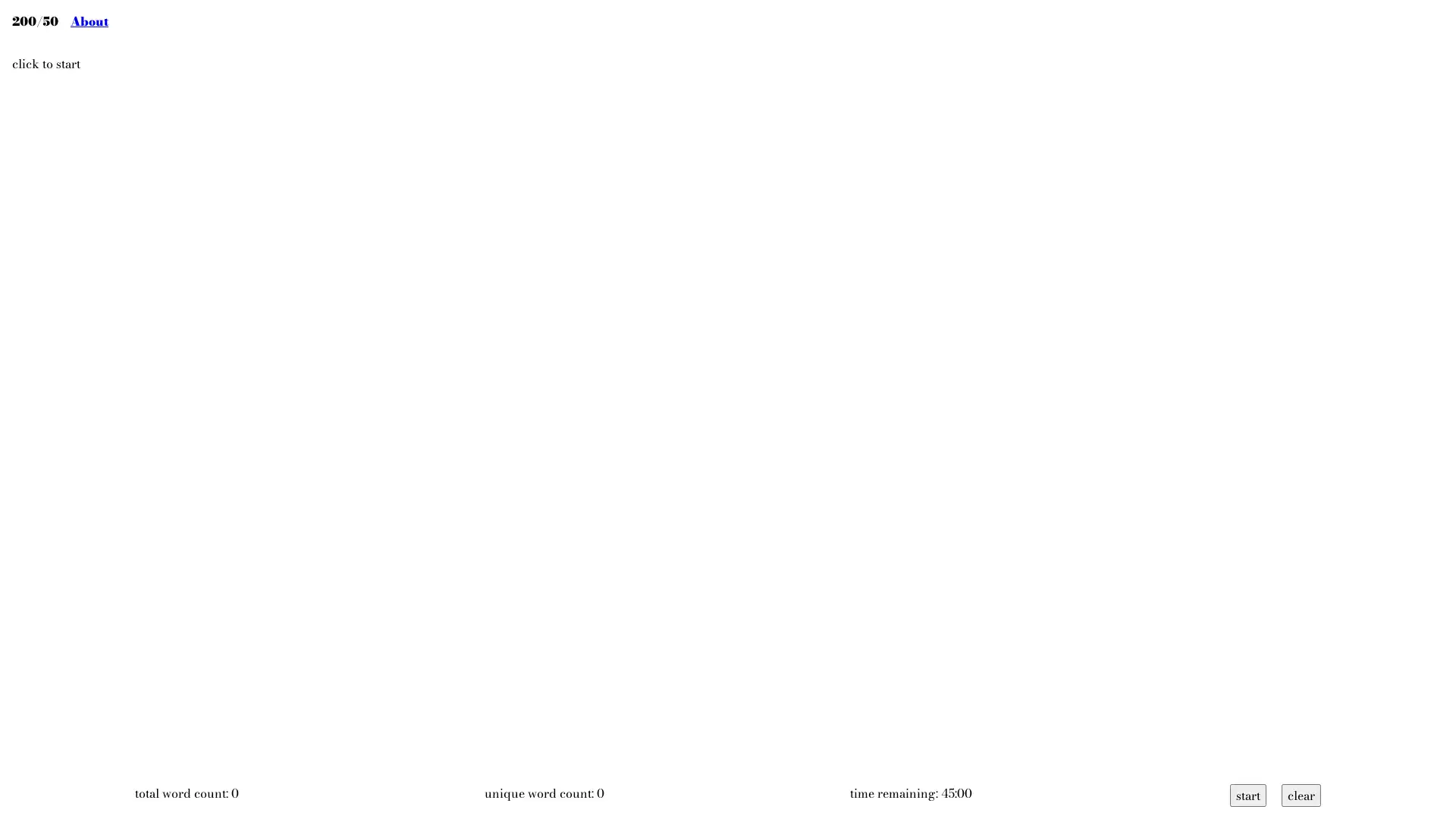 The height and width of the screenshot is (819, 1456). What do you see at coordinates (1301, 795) in the screenshot?
I see `clear` at bounding box center [1301, 795].